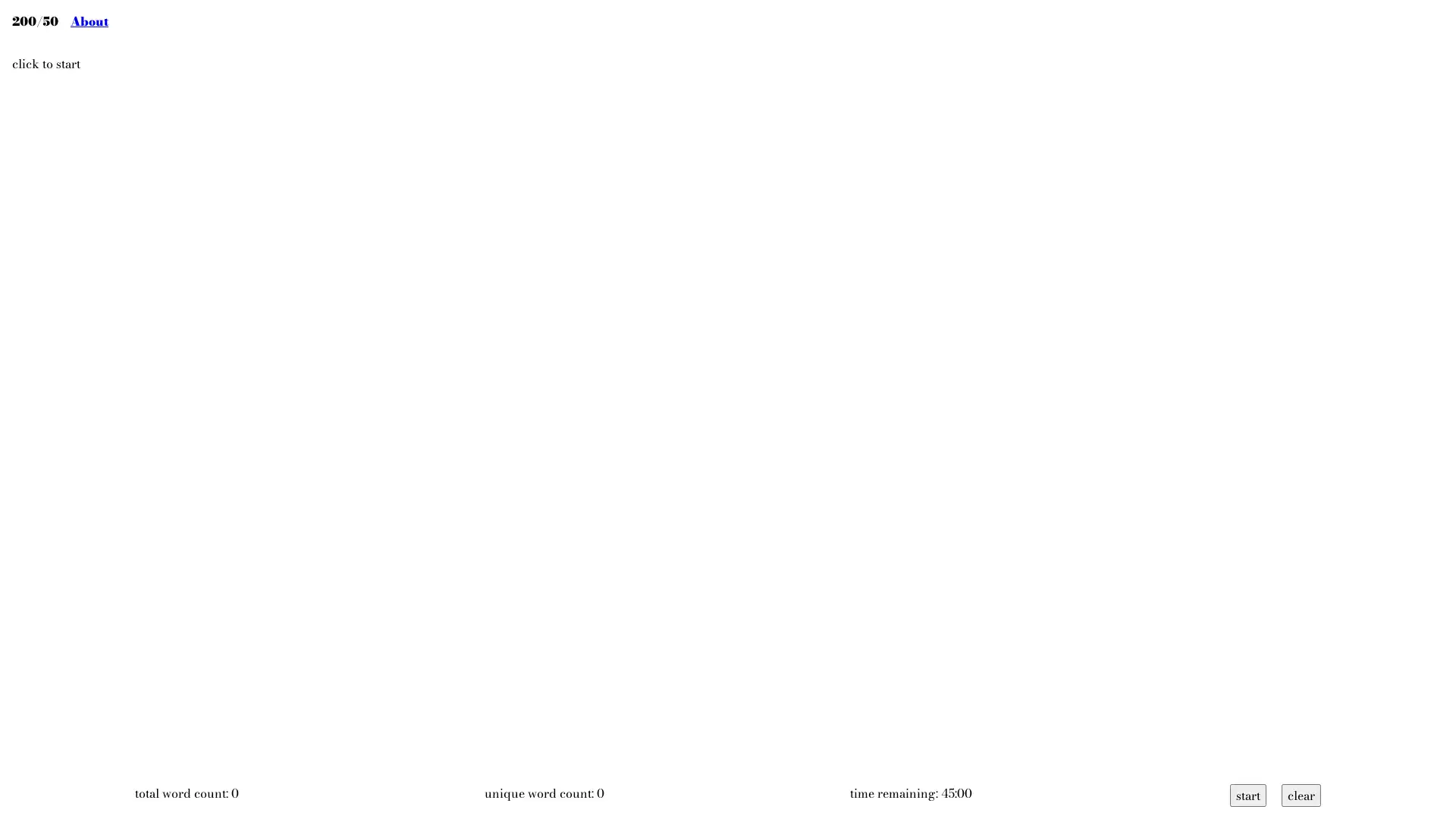 The height and width of the screenshot is (819, 1456). What do you see at coordinates (1301, 795) in the screenshot?
I see `clear` at bounding box center [1301, 795].